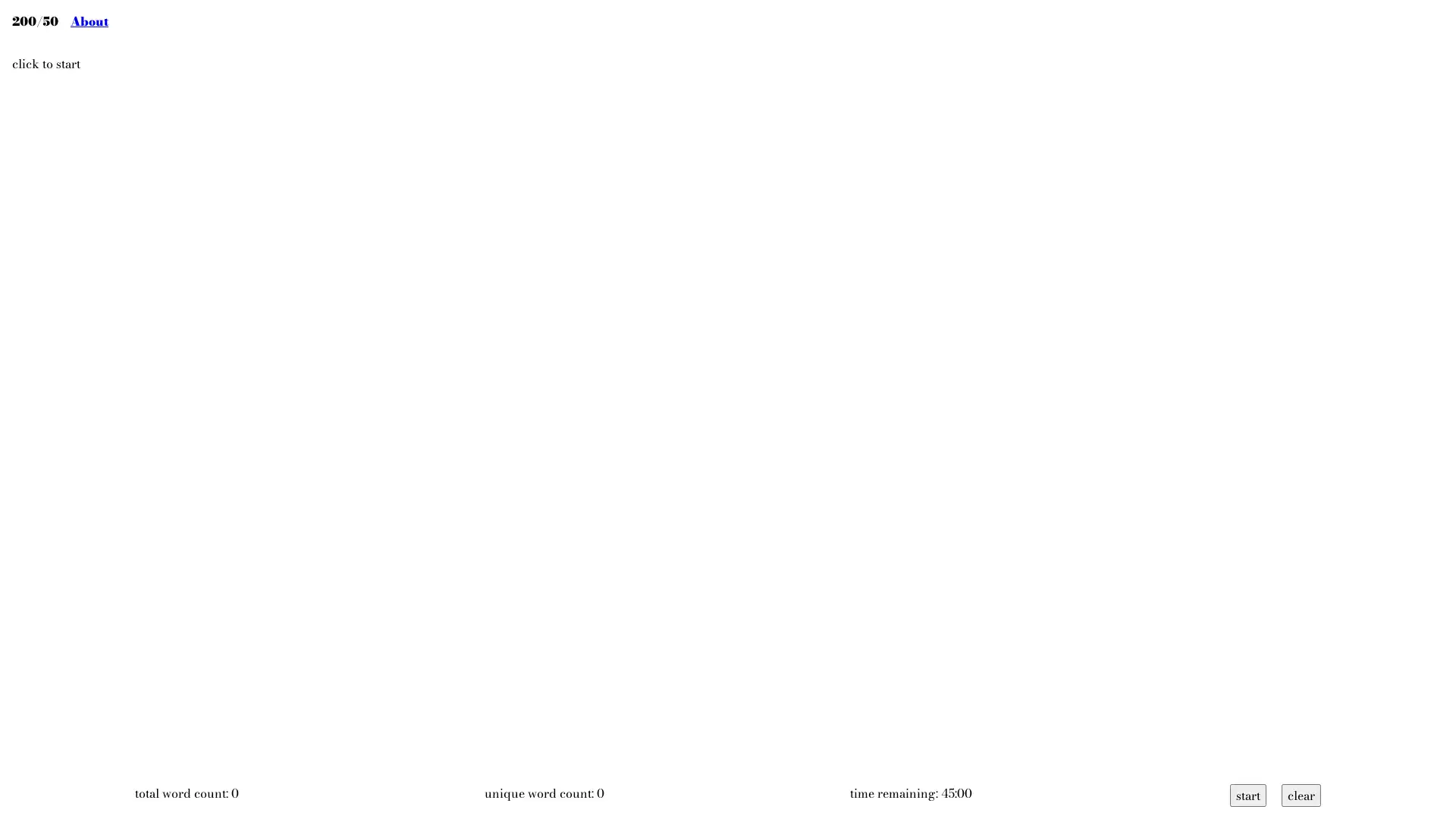 The height and width of the screenshot is (819, 1456). What do you see at coordinates (1301, 795) in the screenshot?
I see `clear` at bounding box center [1301, 795].